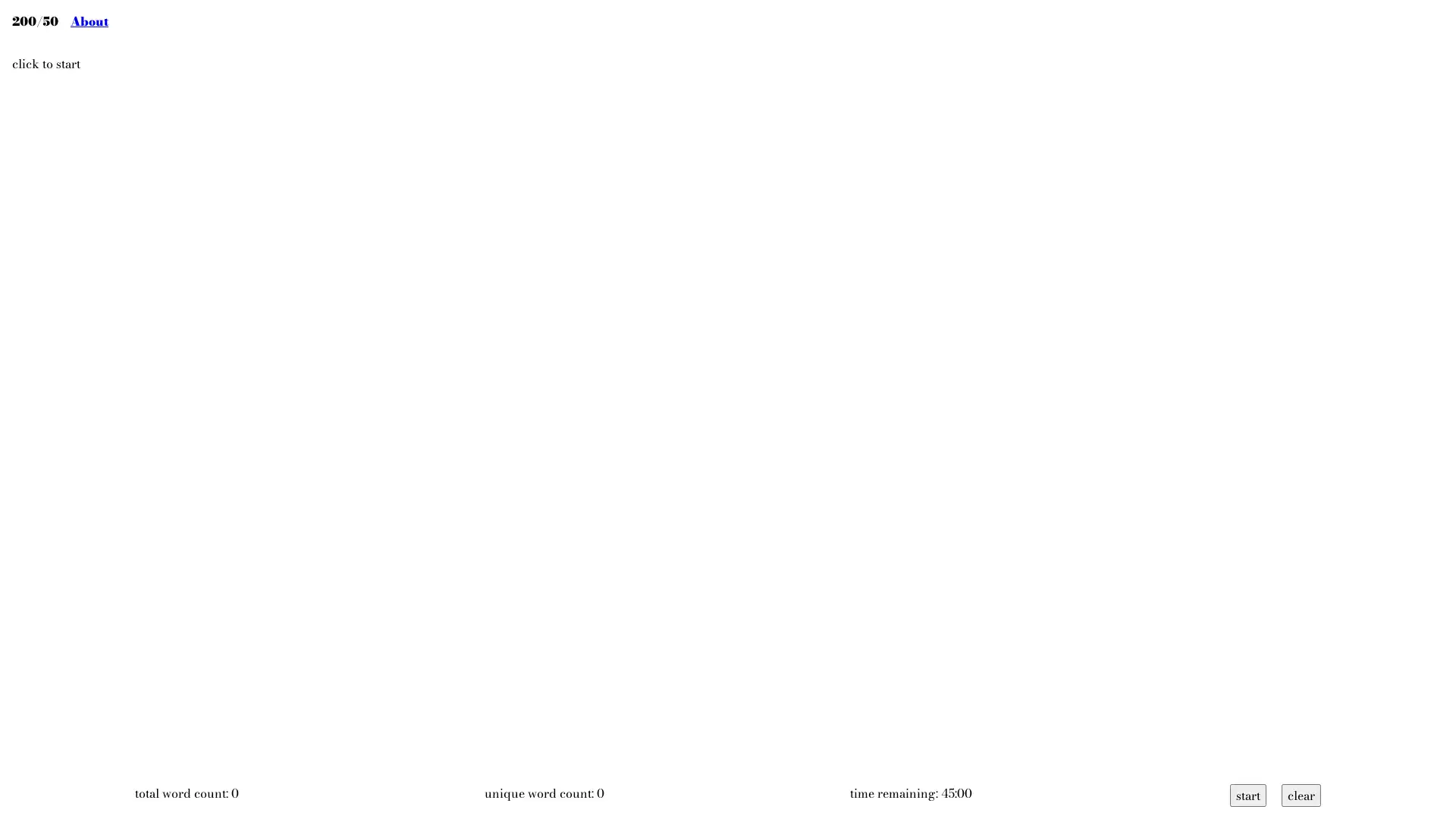 The height and width of the screenshot is (819, 1456). What do you see at coordinates (1301, 795) in the screenshot?
I see `clear` at bounding box center [1301, 795].